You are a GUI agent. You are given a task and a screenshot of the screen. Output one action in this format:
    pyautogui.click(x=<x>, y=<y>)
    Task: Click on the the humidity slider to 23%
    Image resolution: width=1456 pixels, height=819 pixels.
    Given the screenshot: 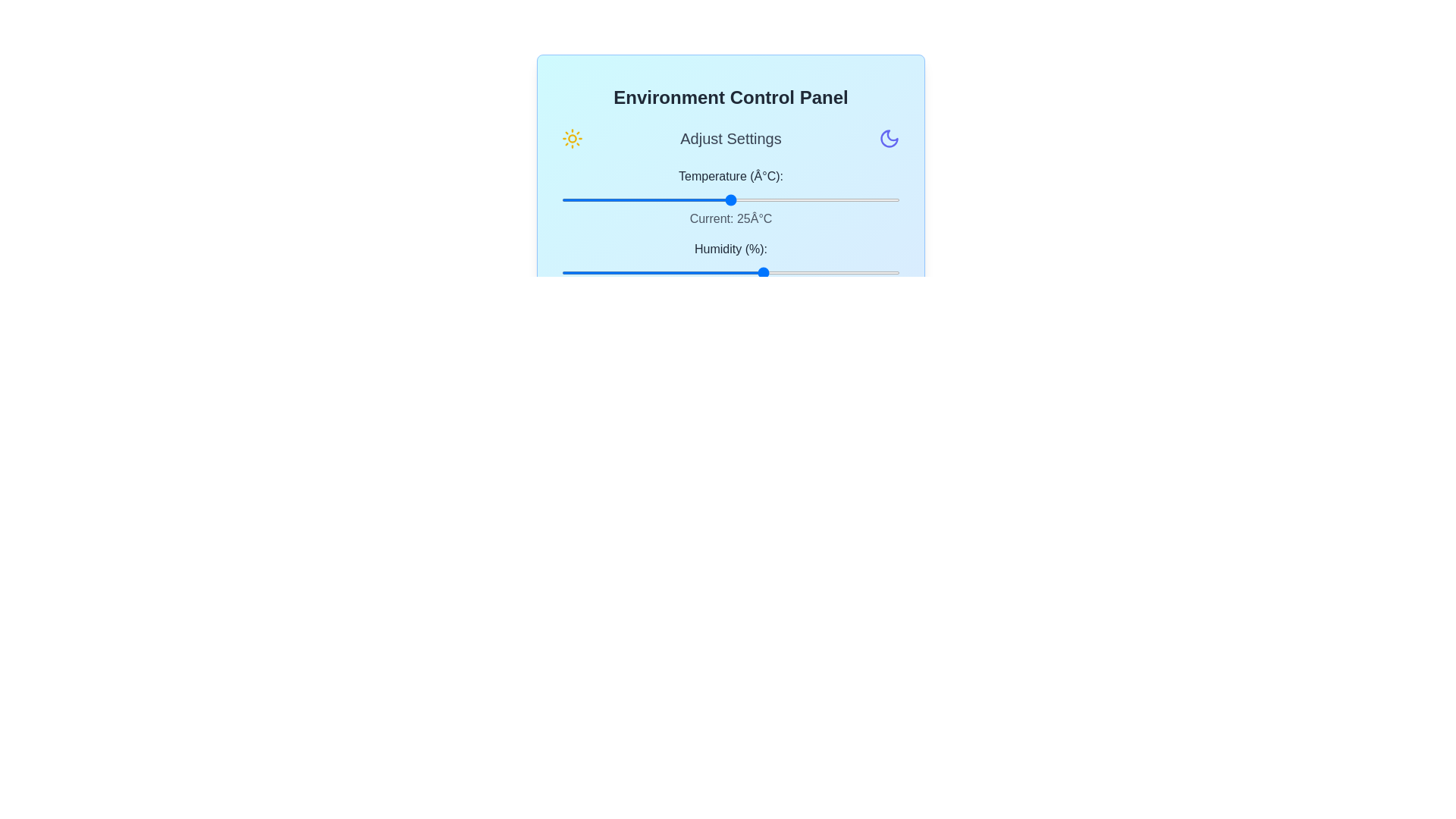 What is the action you would take?
    pyautogui.click(x=639, y=271)
    